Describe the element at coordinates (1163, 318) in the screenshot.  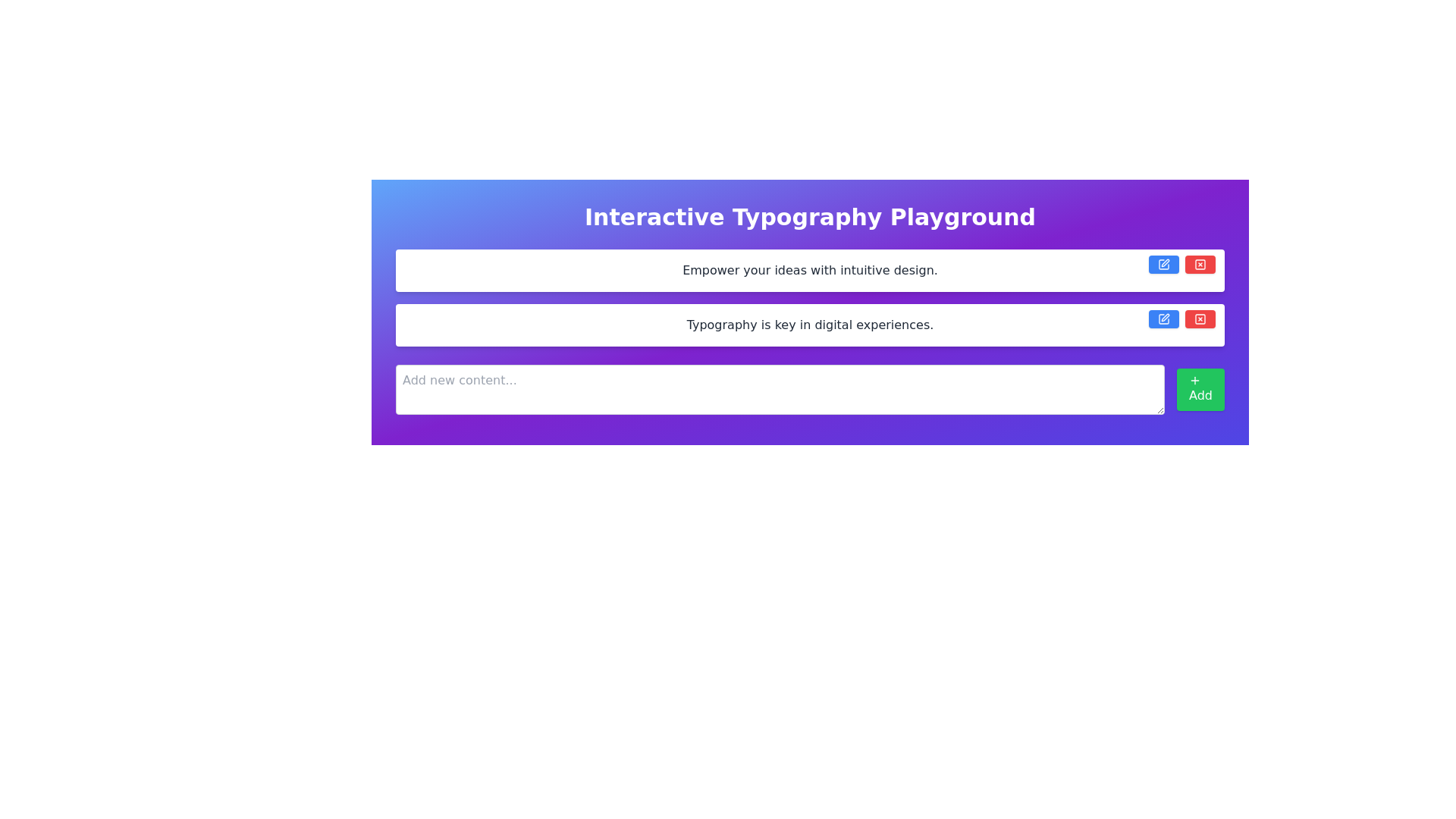
I see `the square pen icon with a blue background, which is located within the button associated with the second input field text box` at that location.